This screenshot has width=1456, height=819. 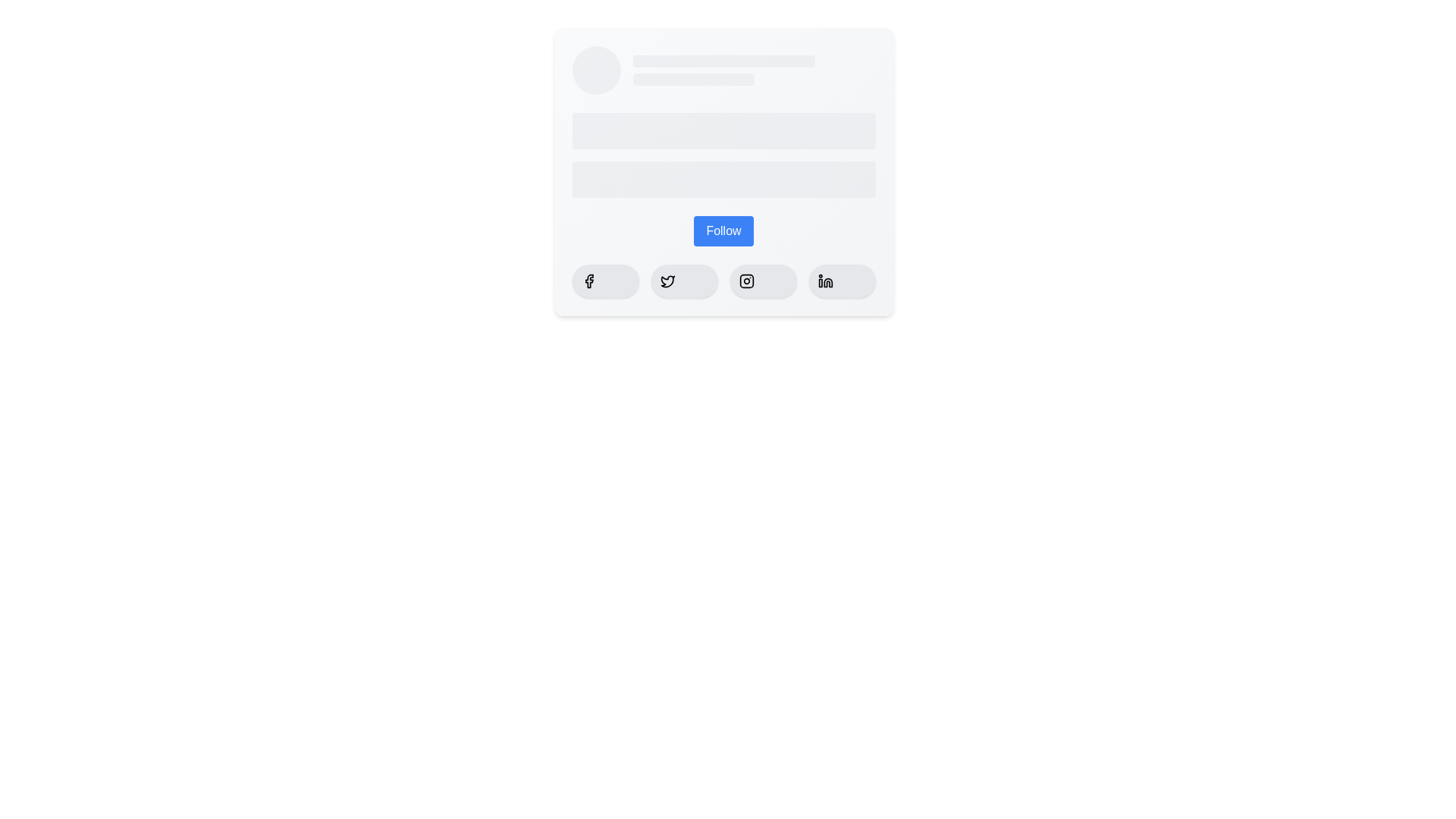 I want to click on the narrow rectangular bar that forms part of the vertical line in the LinkedIn 'in' character, located within the LinkedIn logo, which is the fourth interactive element in the social media link set beneath the 'Follow' button, so click(x=819, y=283).